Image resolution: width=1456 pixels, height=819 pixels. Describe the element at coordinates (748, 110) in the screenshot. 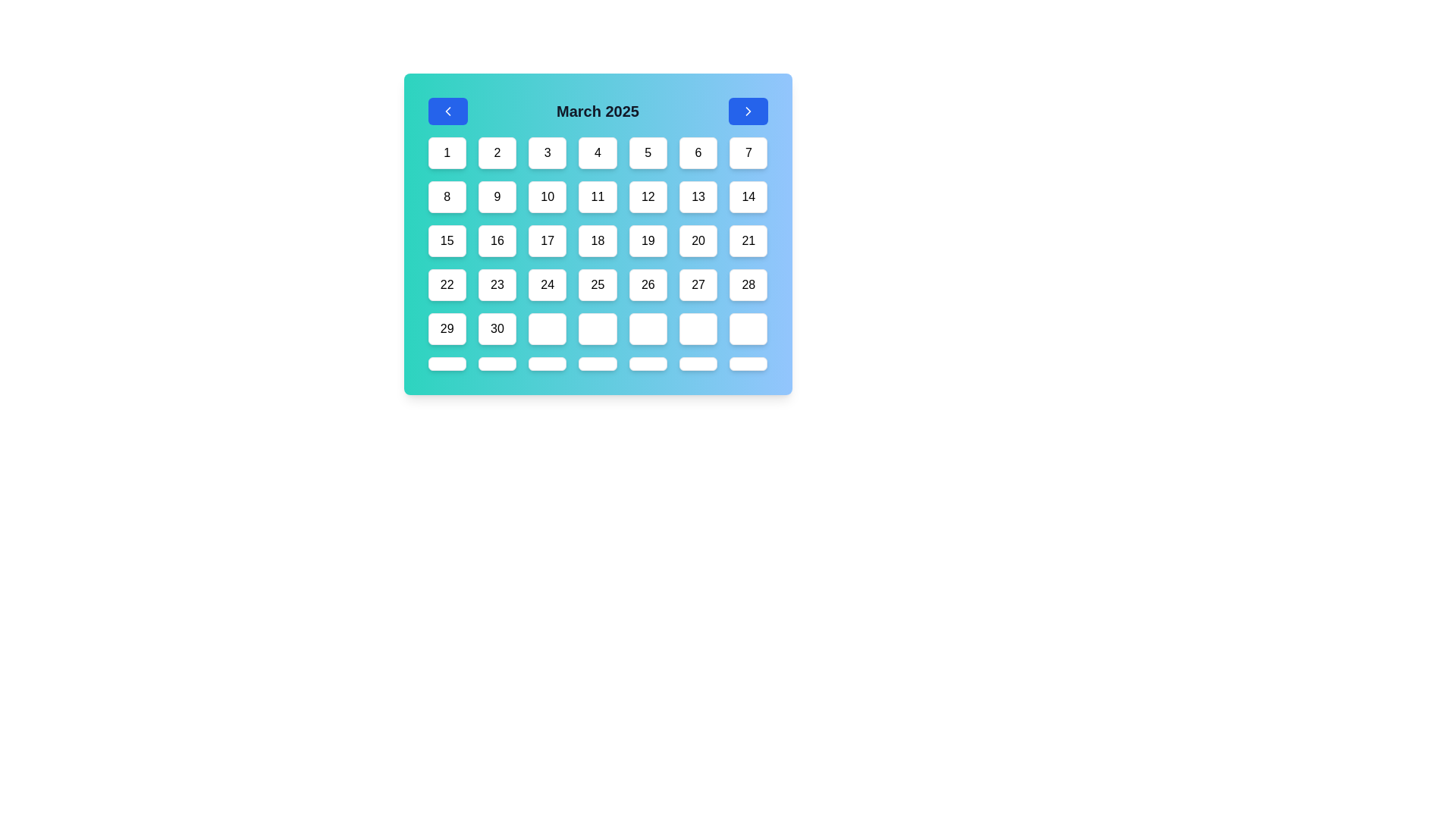

I see `the rounded rectangular blue button with a gradient effect in the header section of the calendar interface, located to the far right of the title text 'March 2025'` at that location.